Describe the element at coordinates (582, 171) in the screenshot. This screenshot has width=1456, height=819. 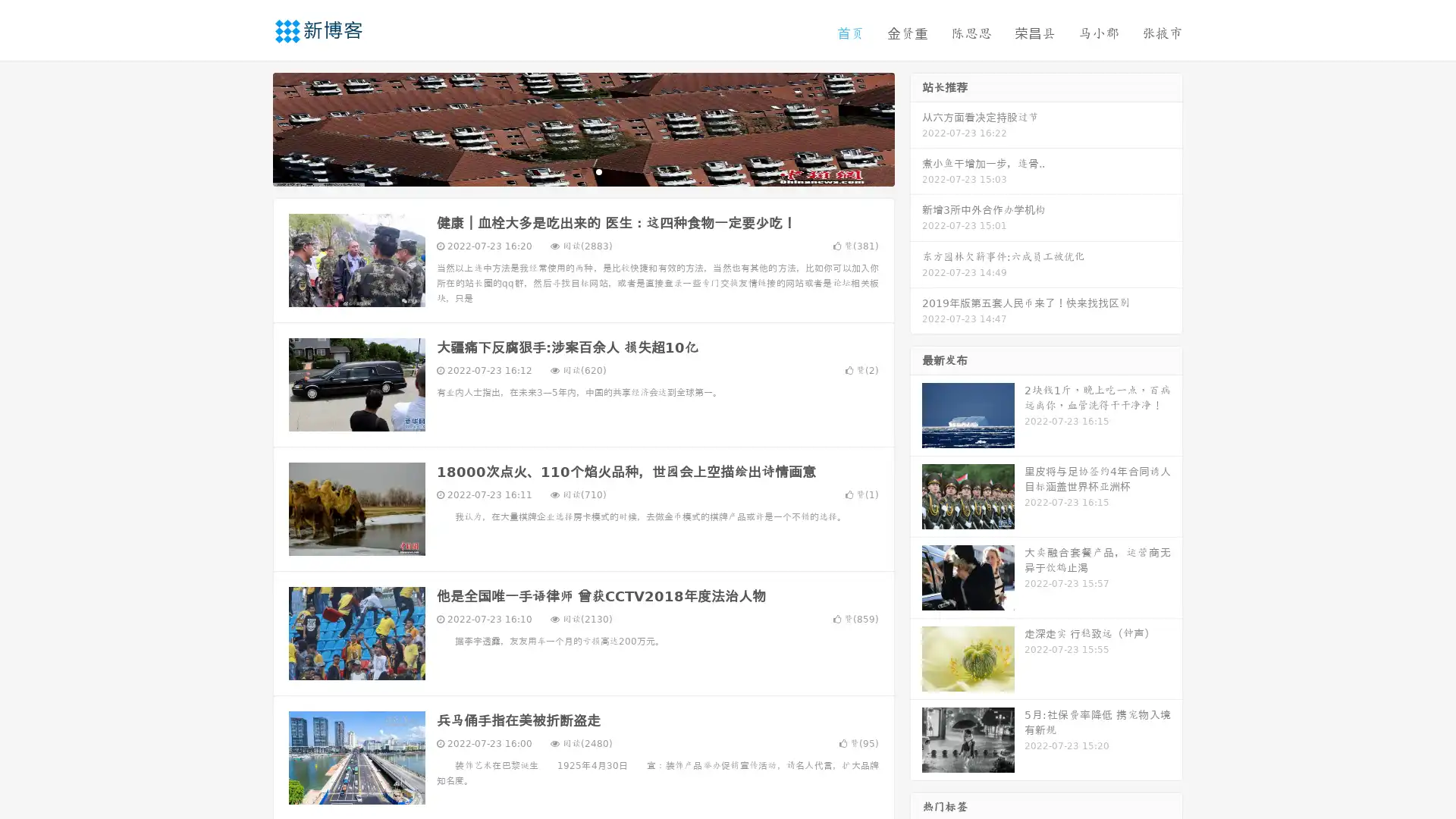
I see `Go to slide 2` at that location.